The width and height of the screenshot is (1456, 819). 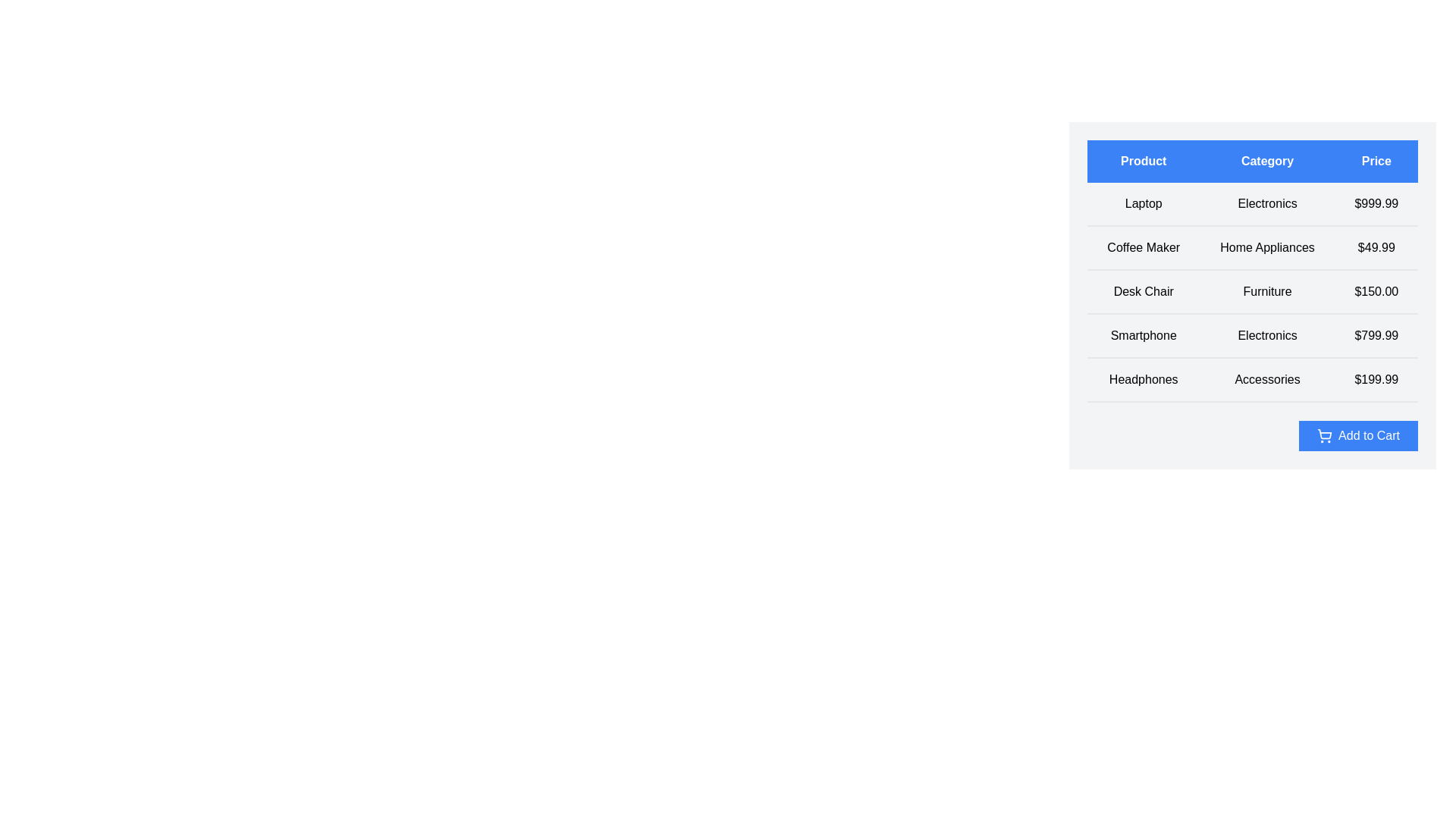 I want to click on the non-interactive table cell displaying the category classification 'Furniture' for the product 'Desk Chair' in the data table, so click(x=1267, y=292).